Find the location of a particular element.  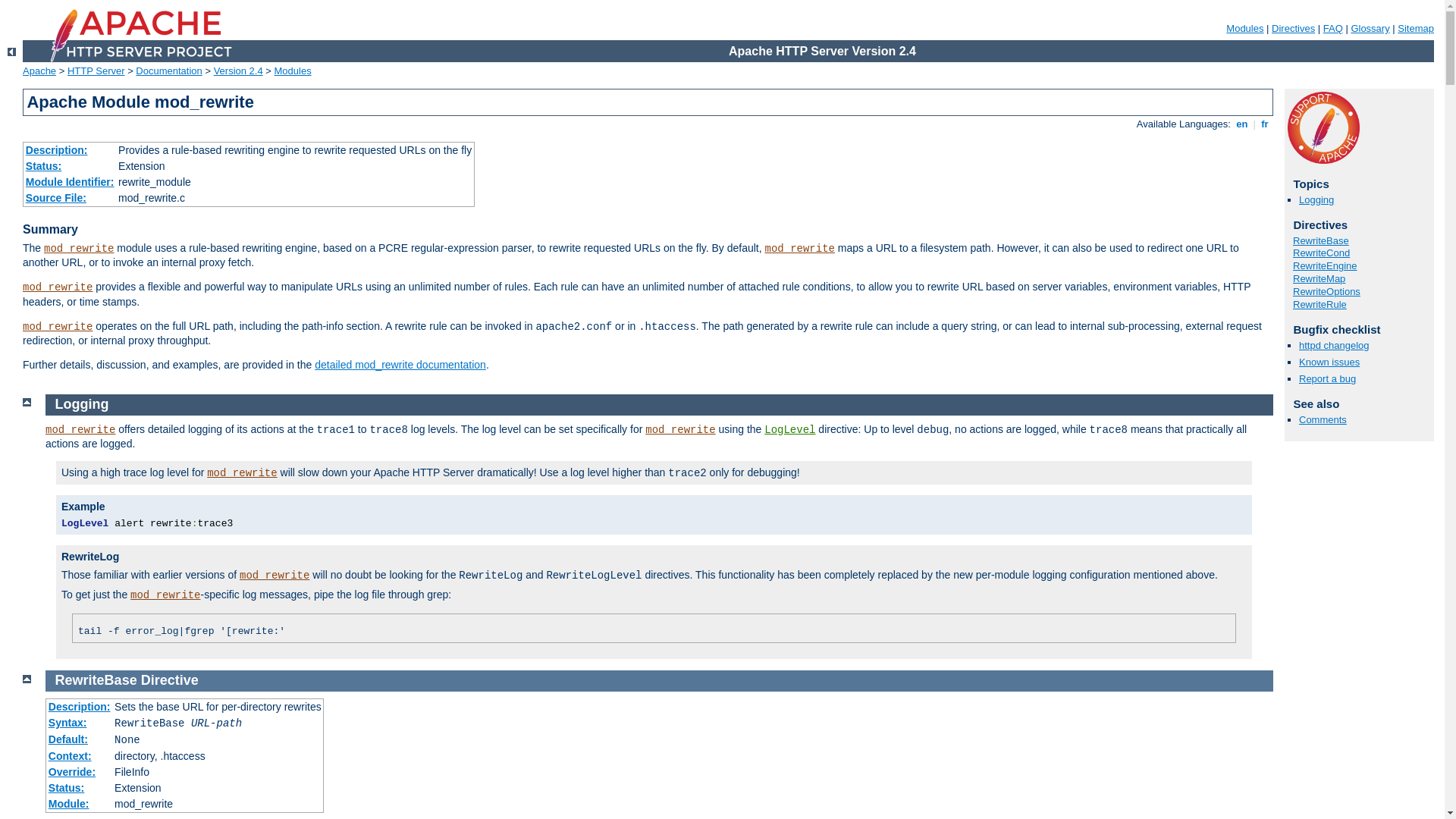

'Module:' is located at coordinates (68, 803).